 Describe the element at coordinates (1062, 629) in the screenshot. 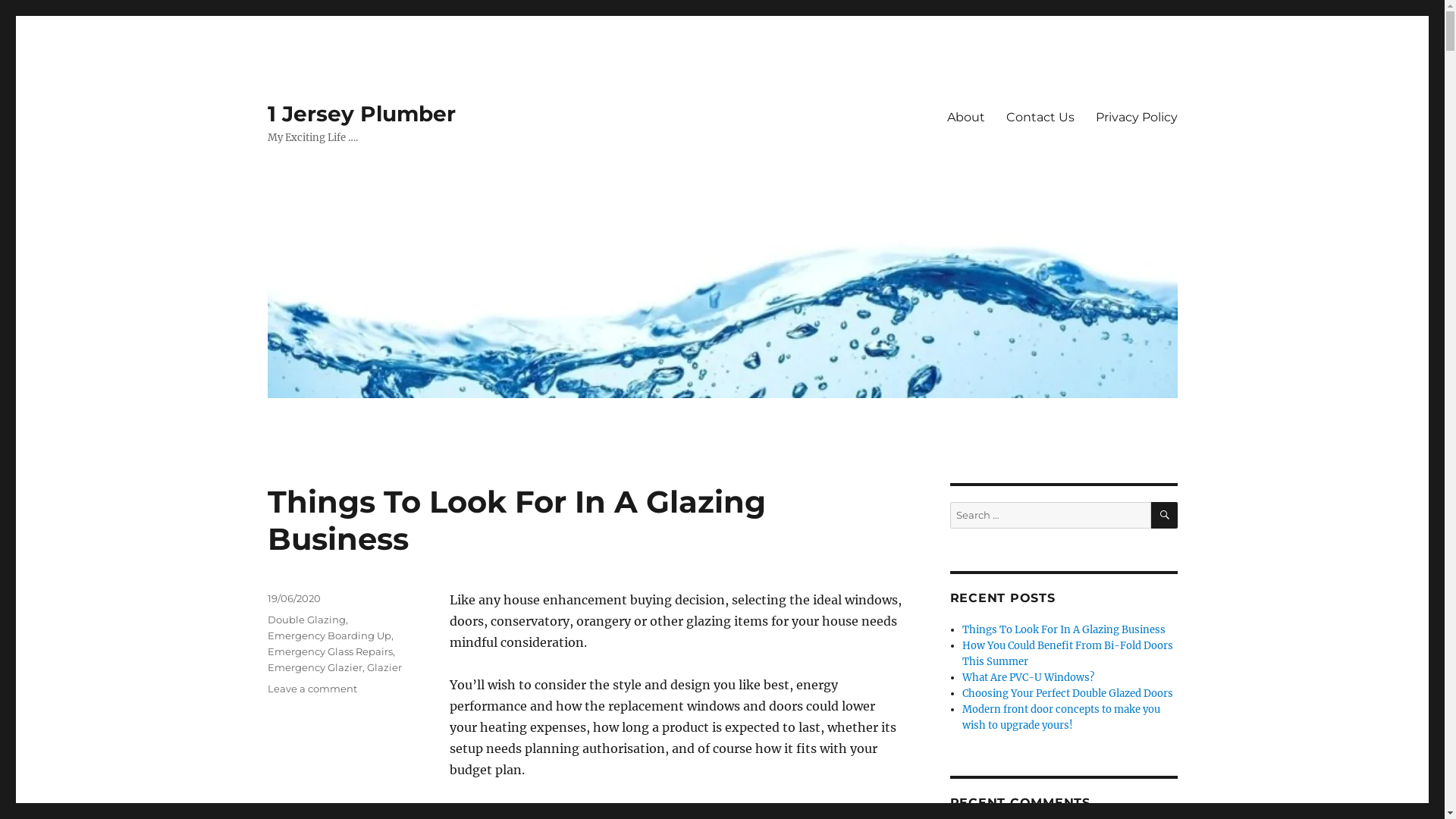

I see `'Things To Look For In A Glazing Business'` at that location.